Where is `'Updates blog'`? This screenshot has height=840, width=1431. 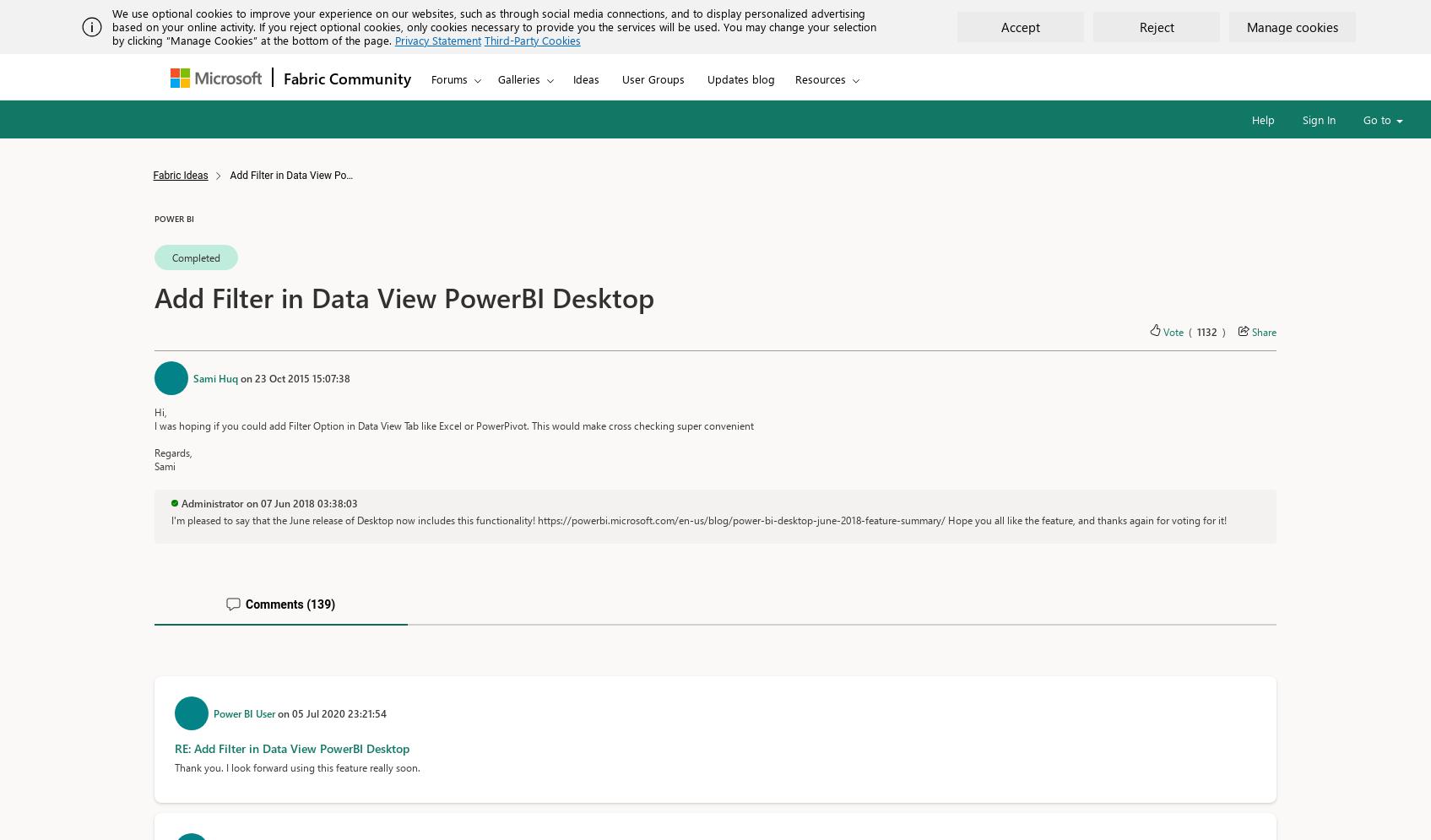
'Updates blog' is located at coordinates (740, 79).